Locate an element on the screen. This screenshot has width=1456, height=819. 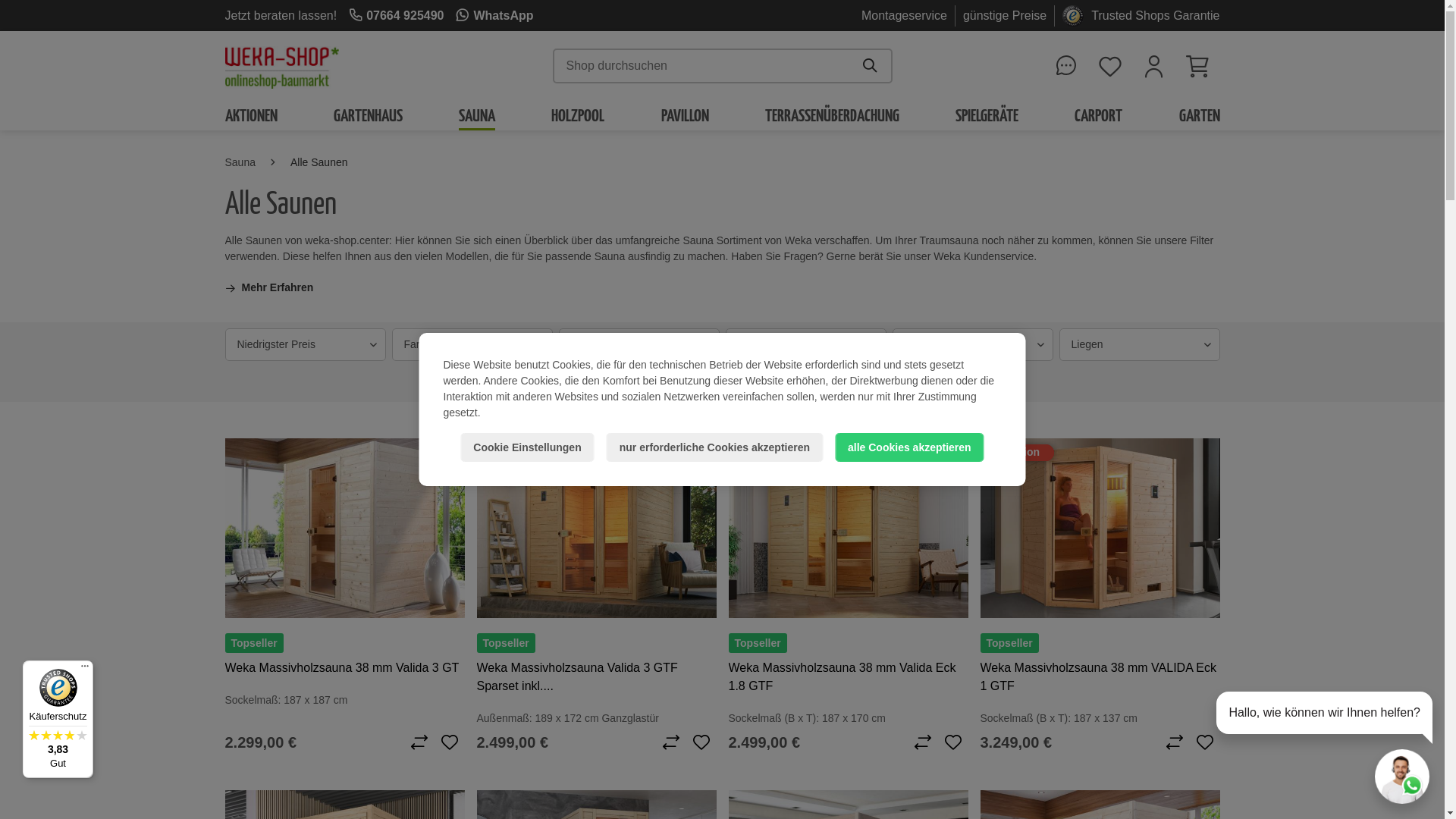
'Weka Massivholzsauna 38 mm VALIDA Eck 1 GTF' is located at coordinates (1099, 527).